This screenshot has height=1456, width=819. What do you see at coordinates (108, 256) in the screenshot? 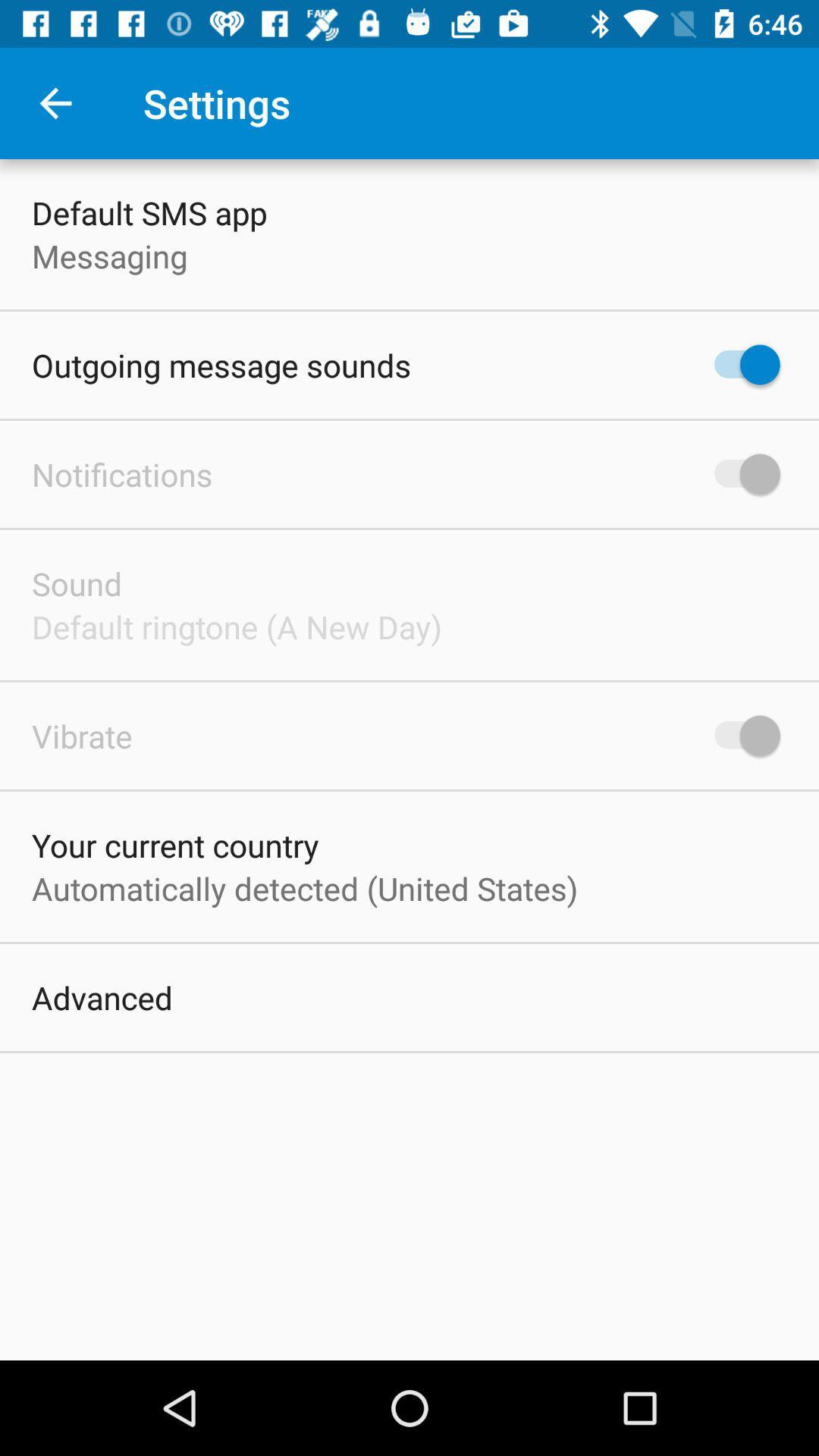
I see `the item above the outgoing message sounds` at bounding box center [108, 256].